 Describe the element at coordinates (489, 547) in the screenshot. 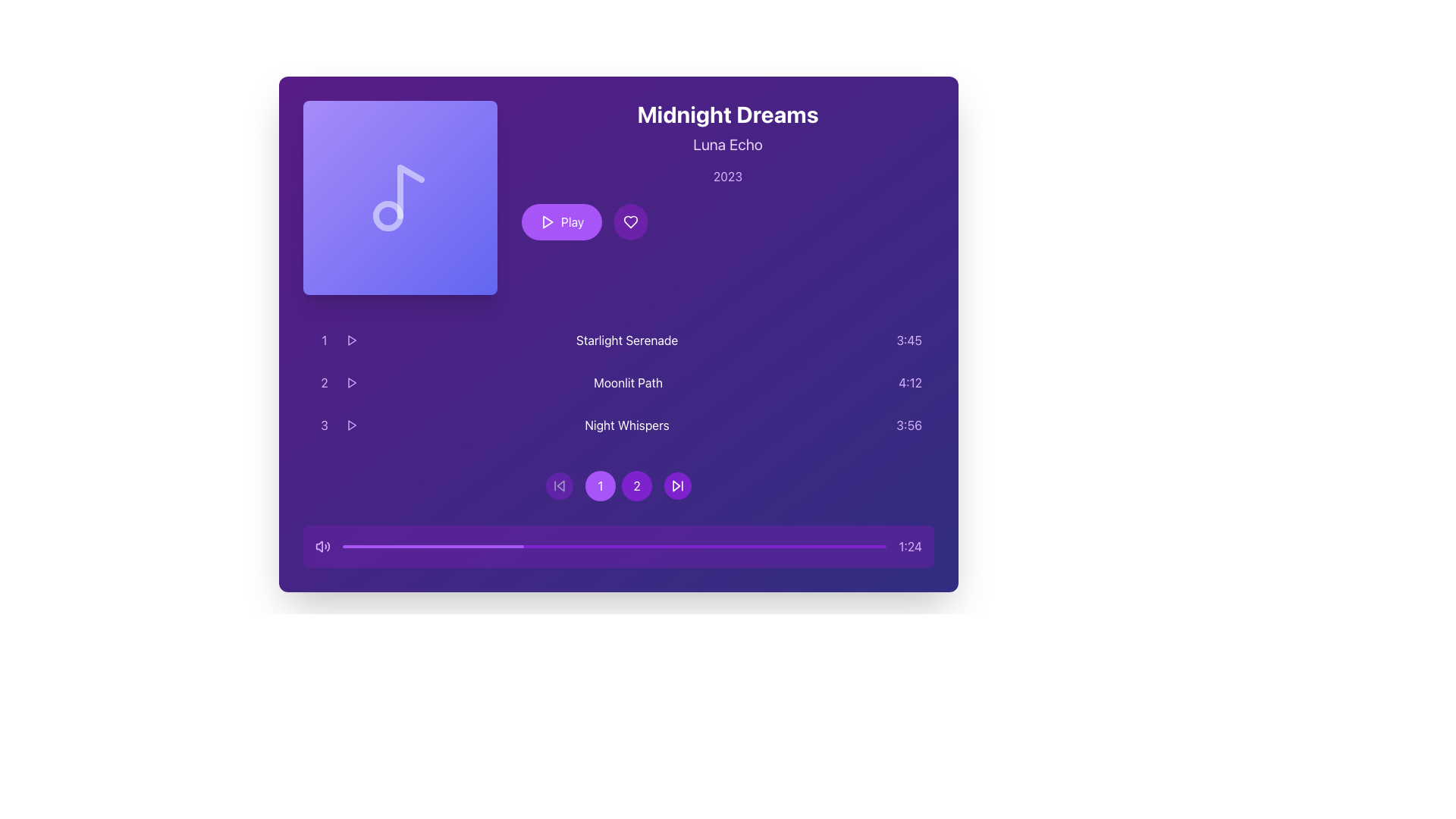

I see `the progress` at that location.